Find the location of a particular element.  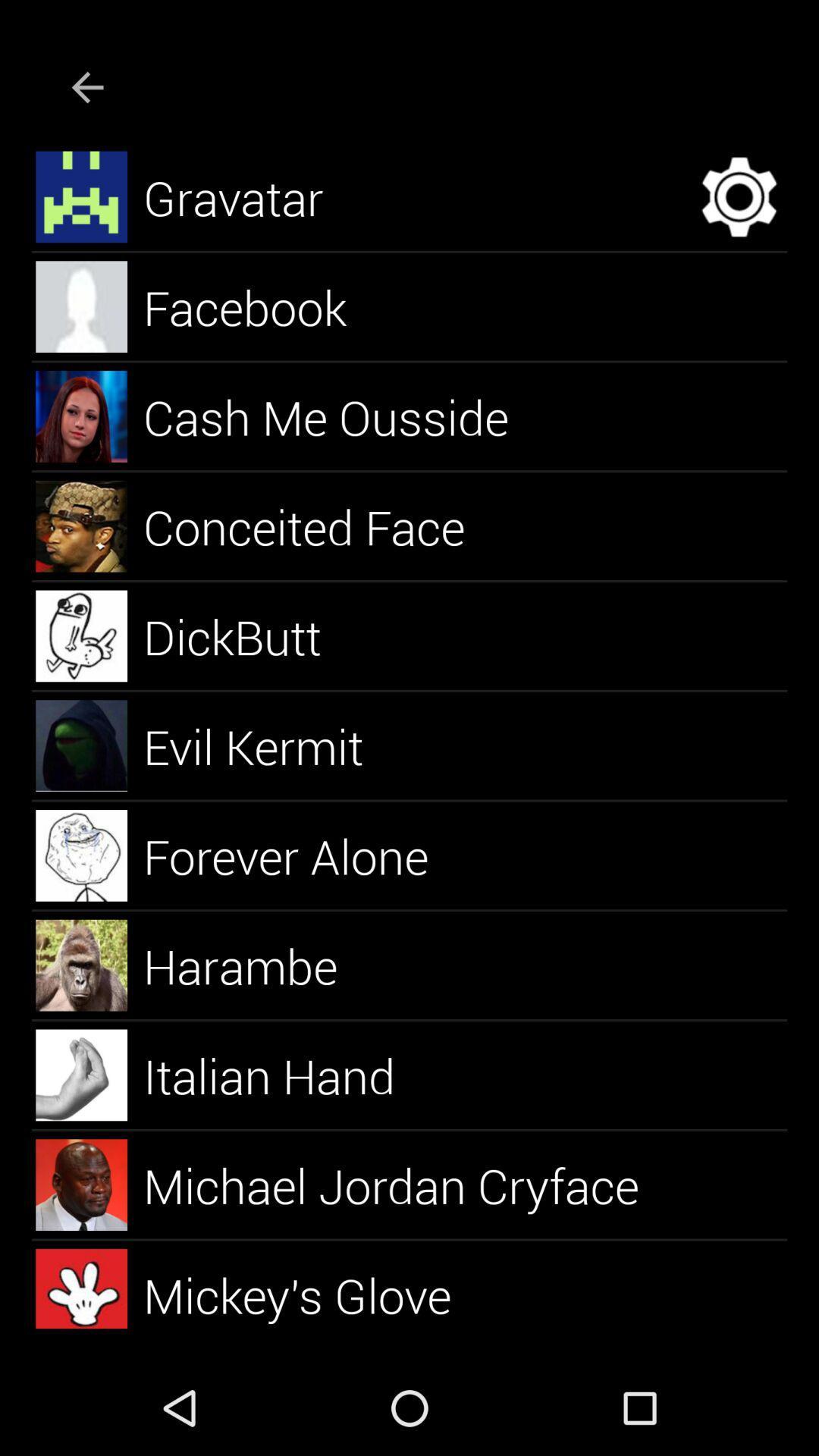

italian hand is located at coordinates (287, 1074).